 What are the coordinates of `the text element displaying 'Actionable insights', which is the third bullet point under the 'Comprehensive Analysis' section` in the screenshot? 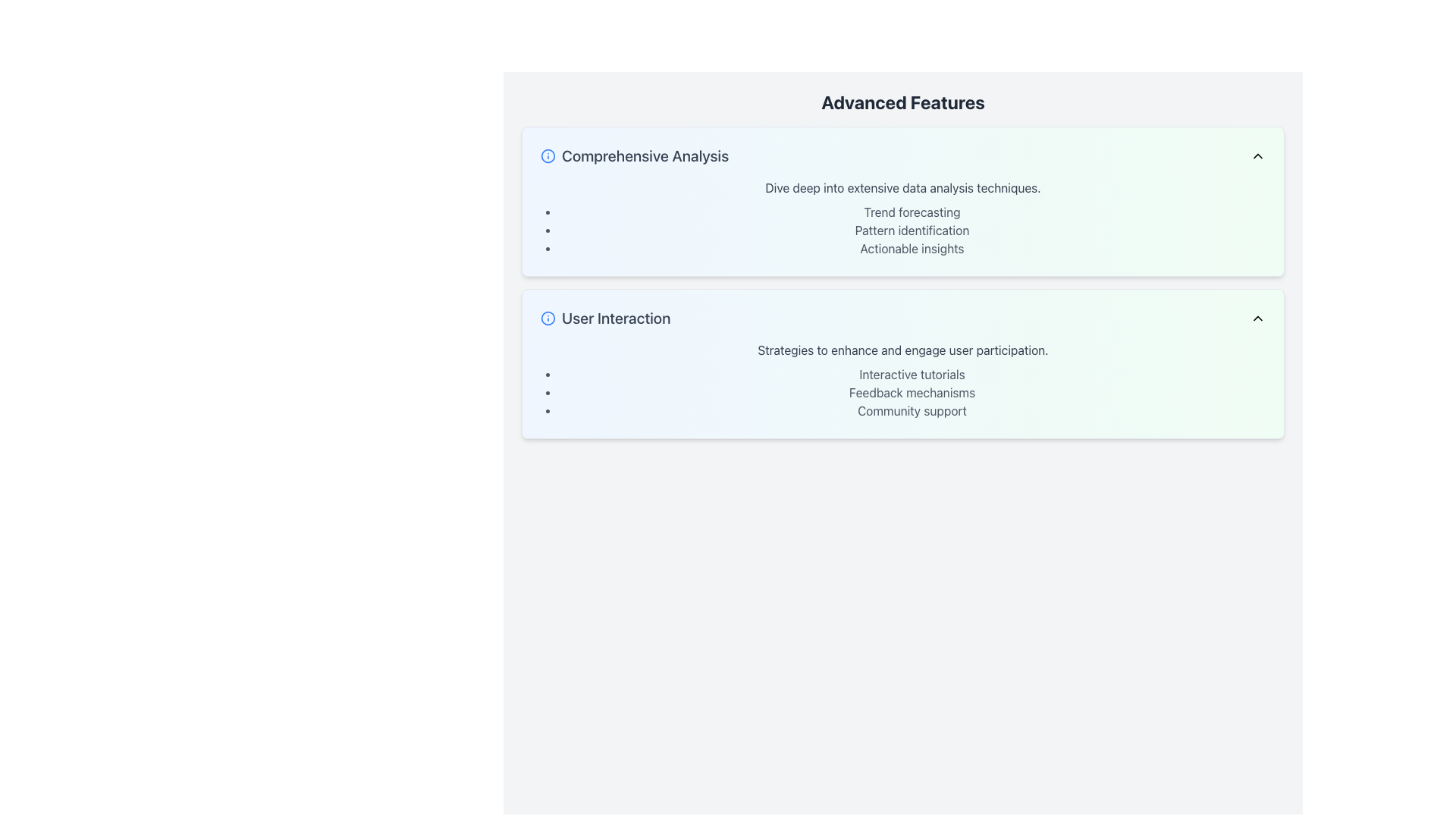 It's located at (912, 247).